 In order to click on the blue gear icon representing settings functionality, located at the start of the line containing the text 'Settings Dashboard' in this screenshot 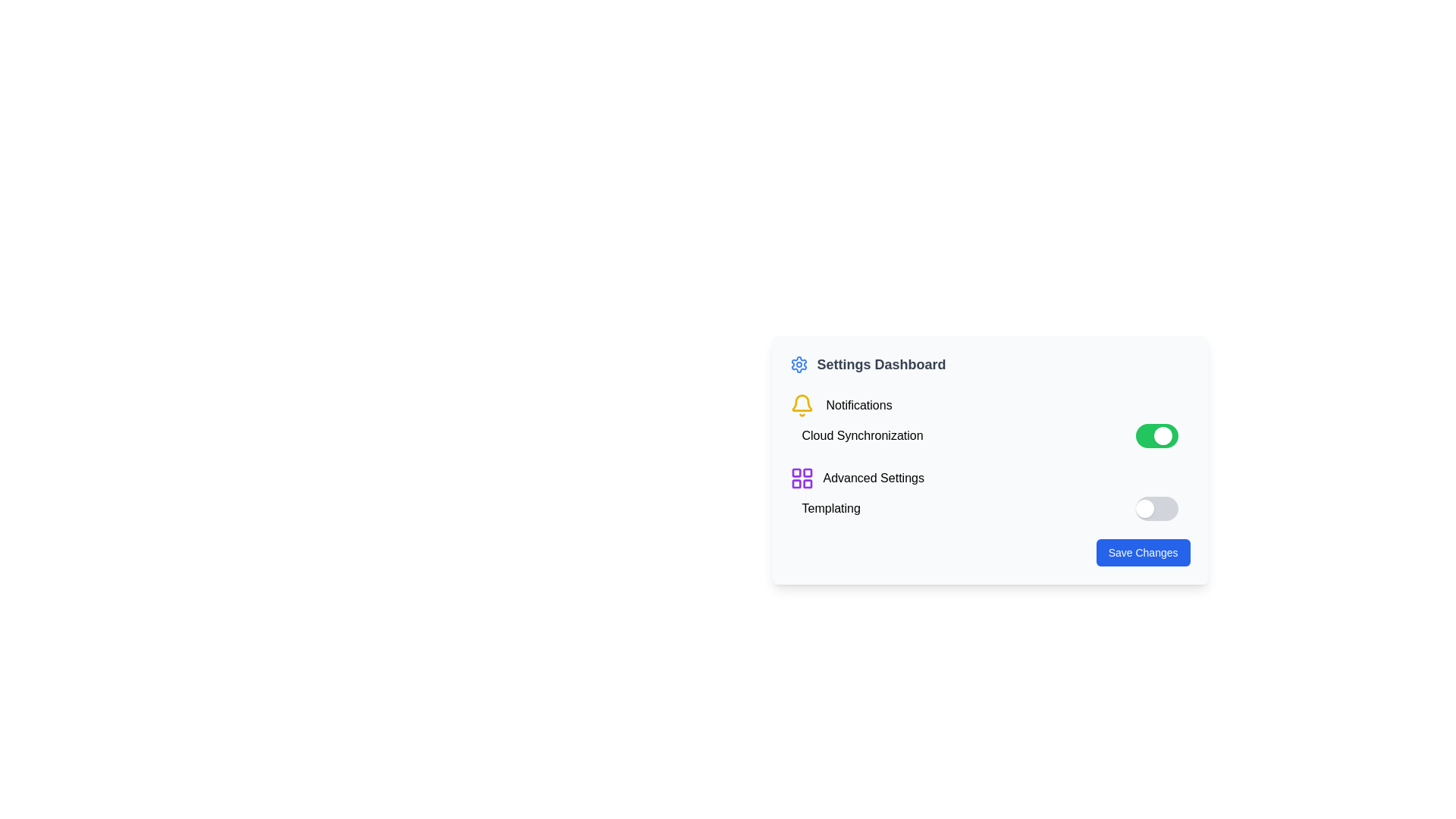, I will do `click(798, 365)`.